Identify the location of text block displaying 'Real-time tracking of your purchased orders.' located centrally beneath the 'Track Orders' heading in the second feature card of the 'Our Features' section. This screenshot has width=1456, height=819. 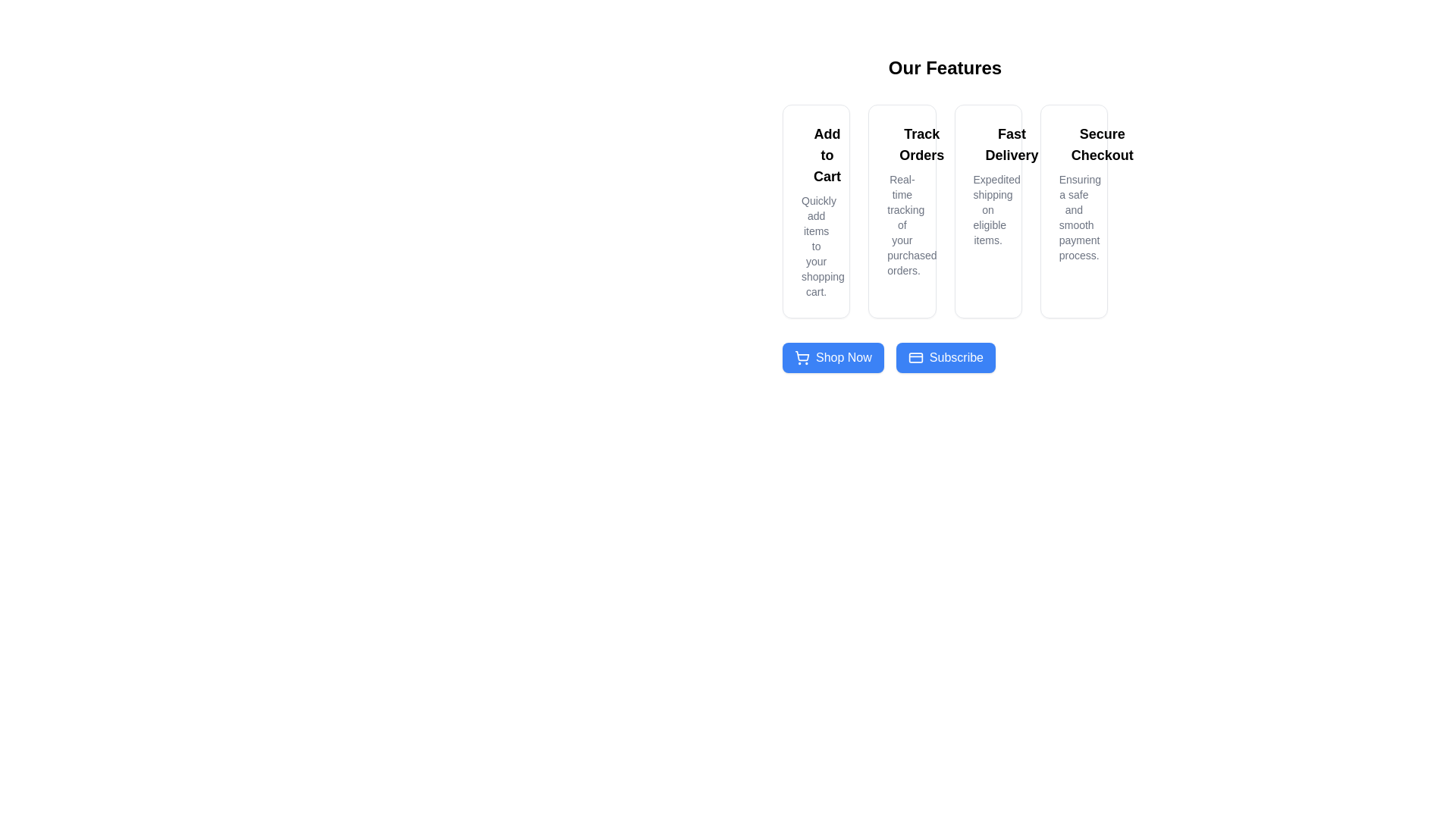
(902, 225).